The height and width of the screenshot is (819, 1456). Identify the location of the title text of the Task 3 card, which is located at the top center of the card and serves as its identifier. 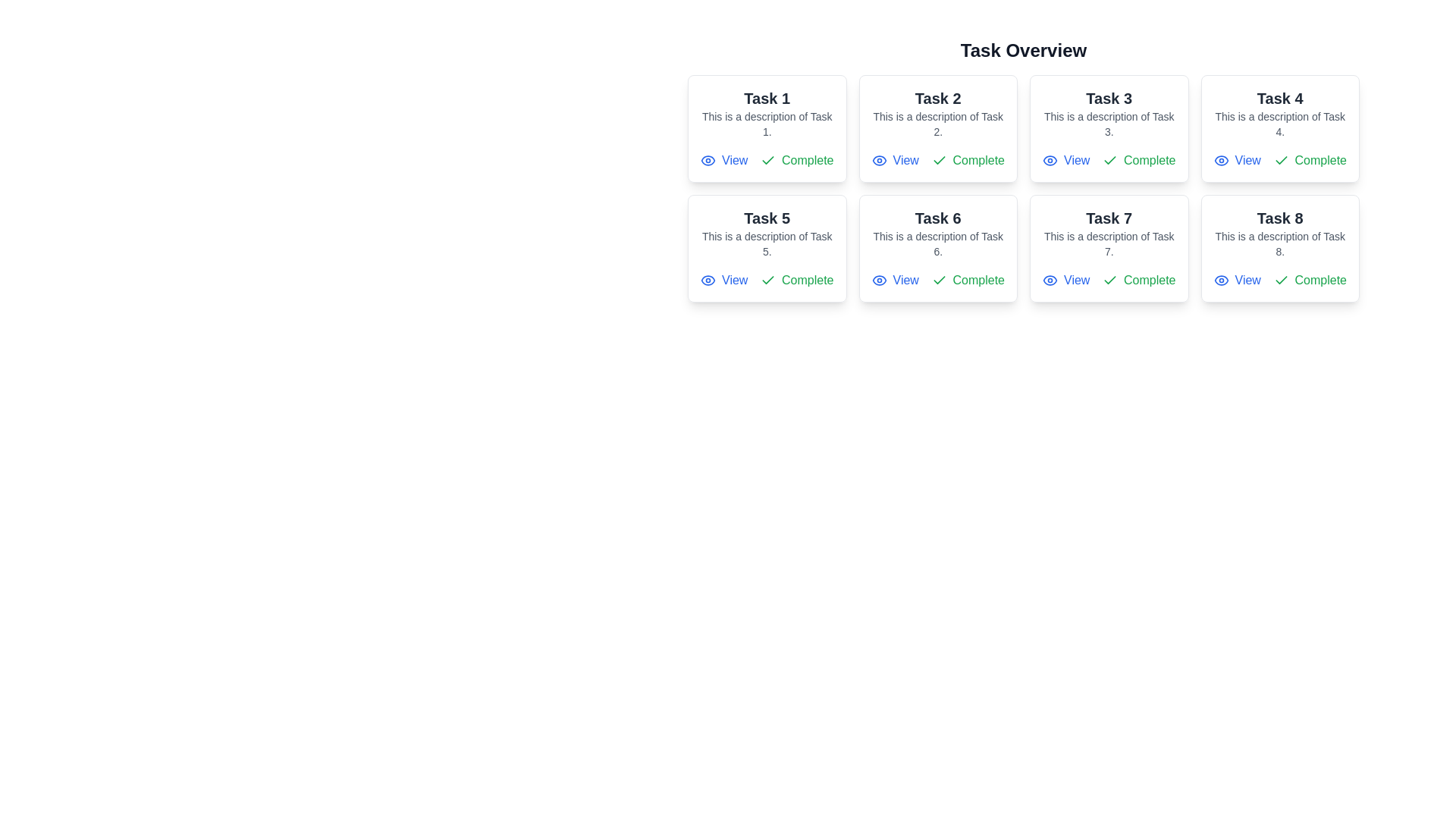
(1109, 99).